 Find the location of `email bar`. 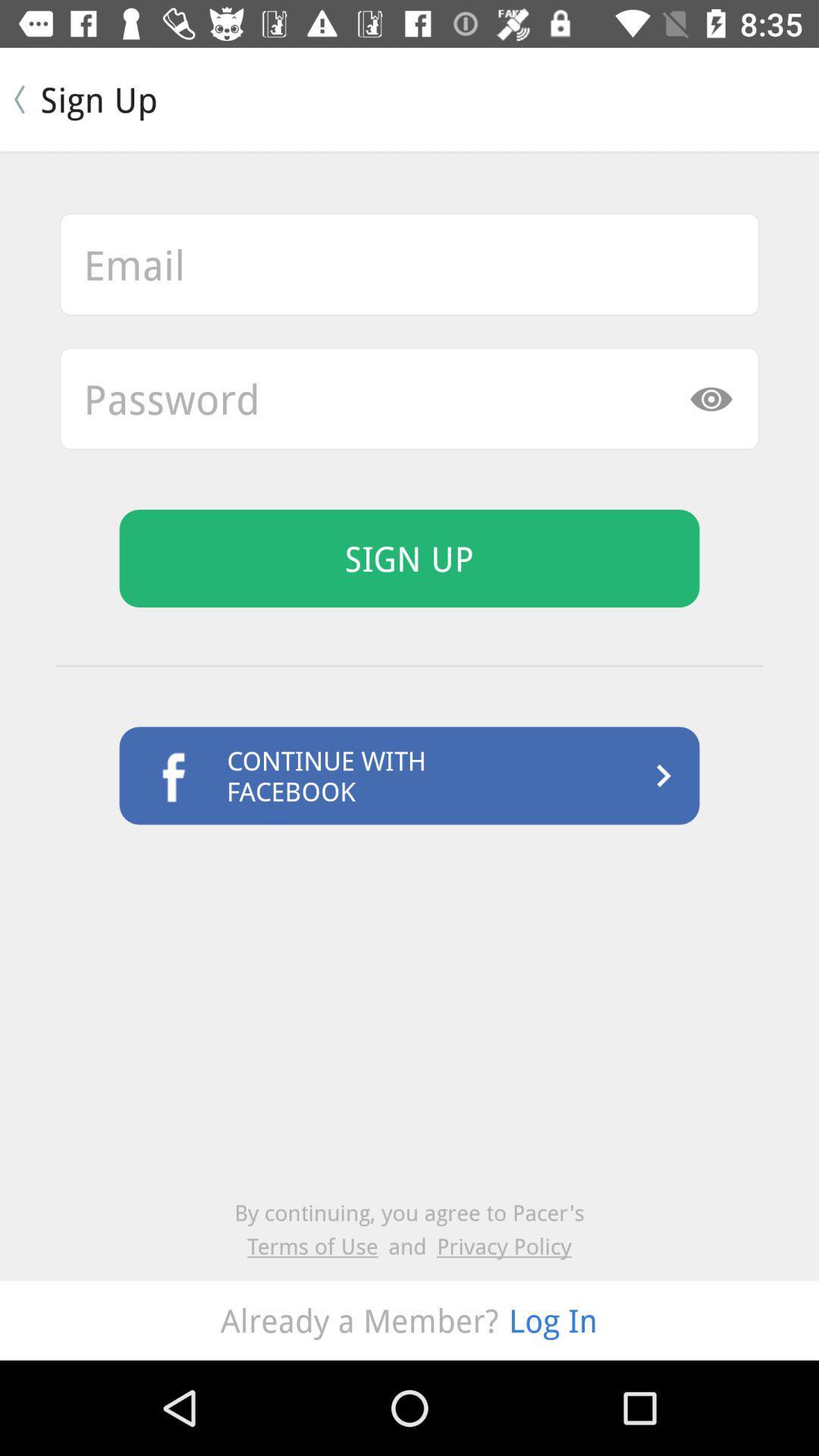

email bar is located at coordinates (409, 264).